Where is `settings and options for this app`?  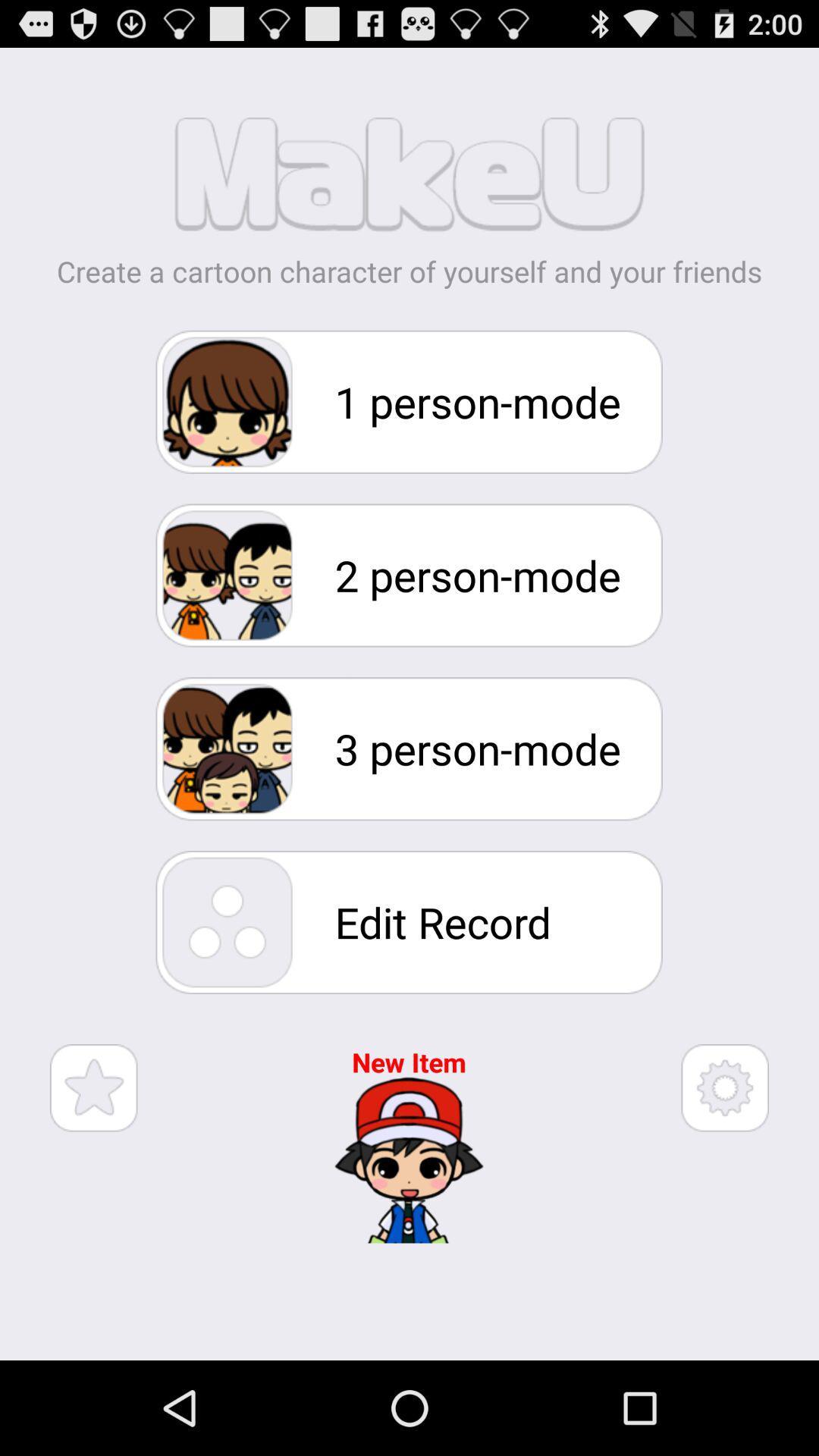
settings and options for this app is located at coordinates (724, 1087).